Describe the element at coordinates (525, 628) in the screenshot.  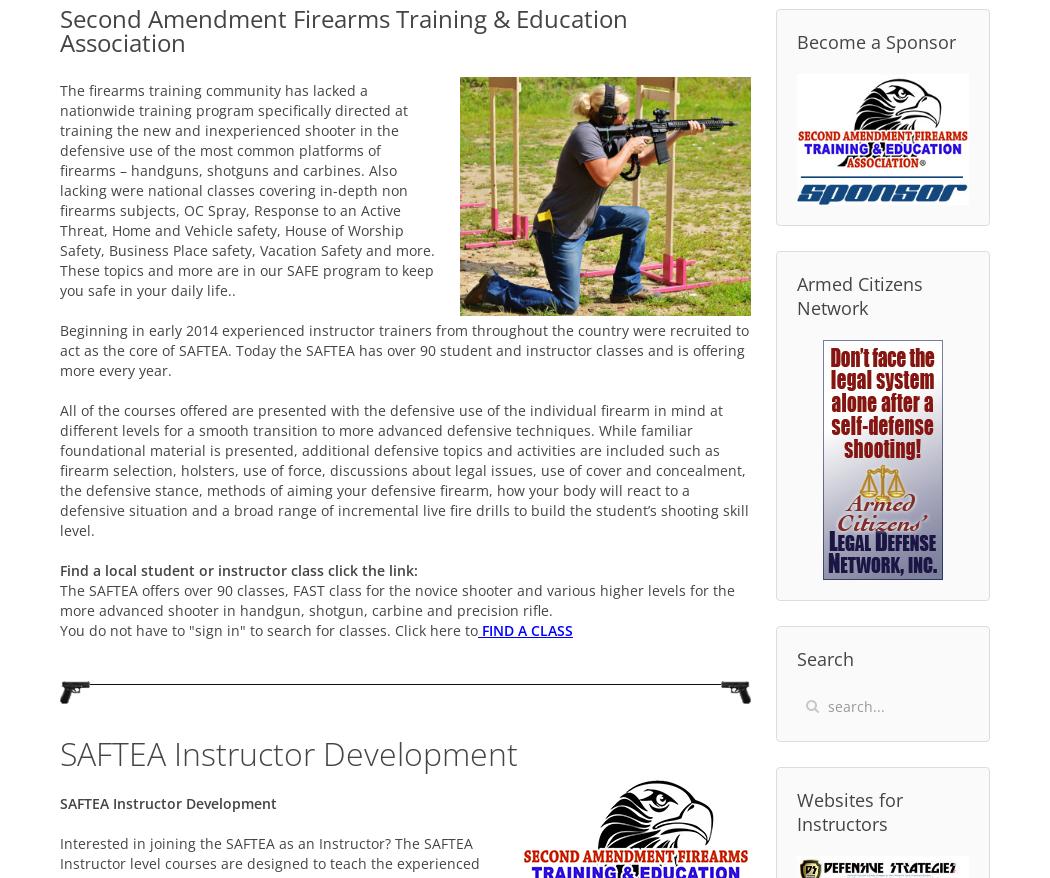
I see `'FIND A CLASS'` at that location.